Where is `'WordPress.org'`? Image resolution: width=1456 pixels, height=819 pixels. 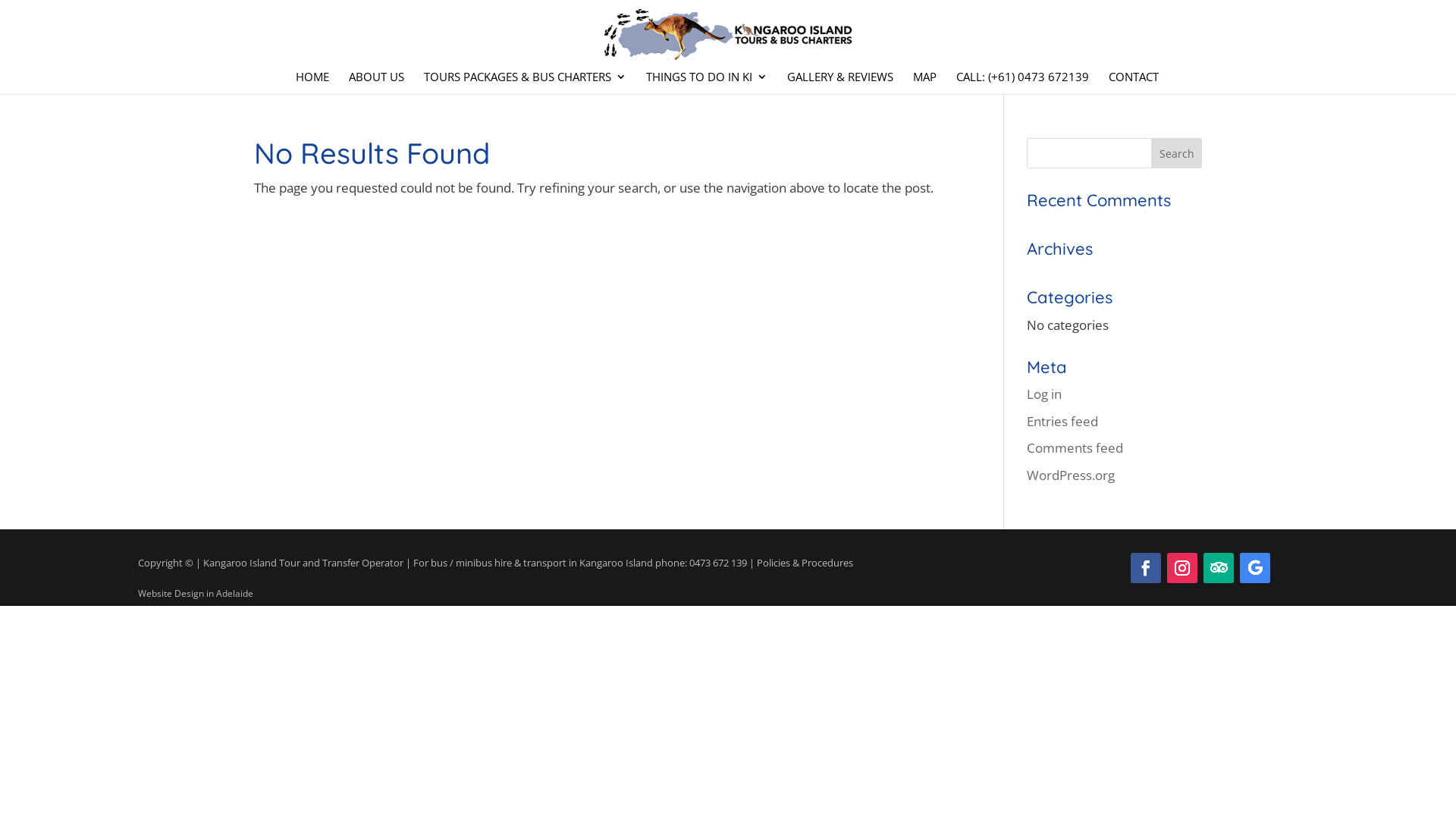
'WordPress.org' is located at coordinates (1026, 474).